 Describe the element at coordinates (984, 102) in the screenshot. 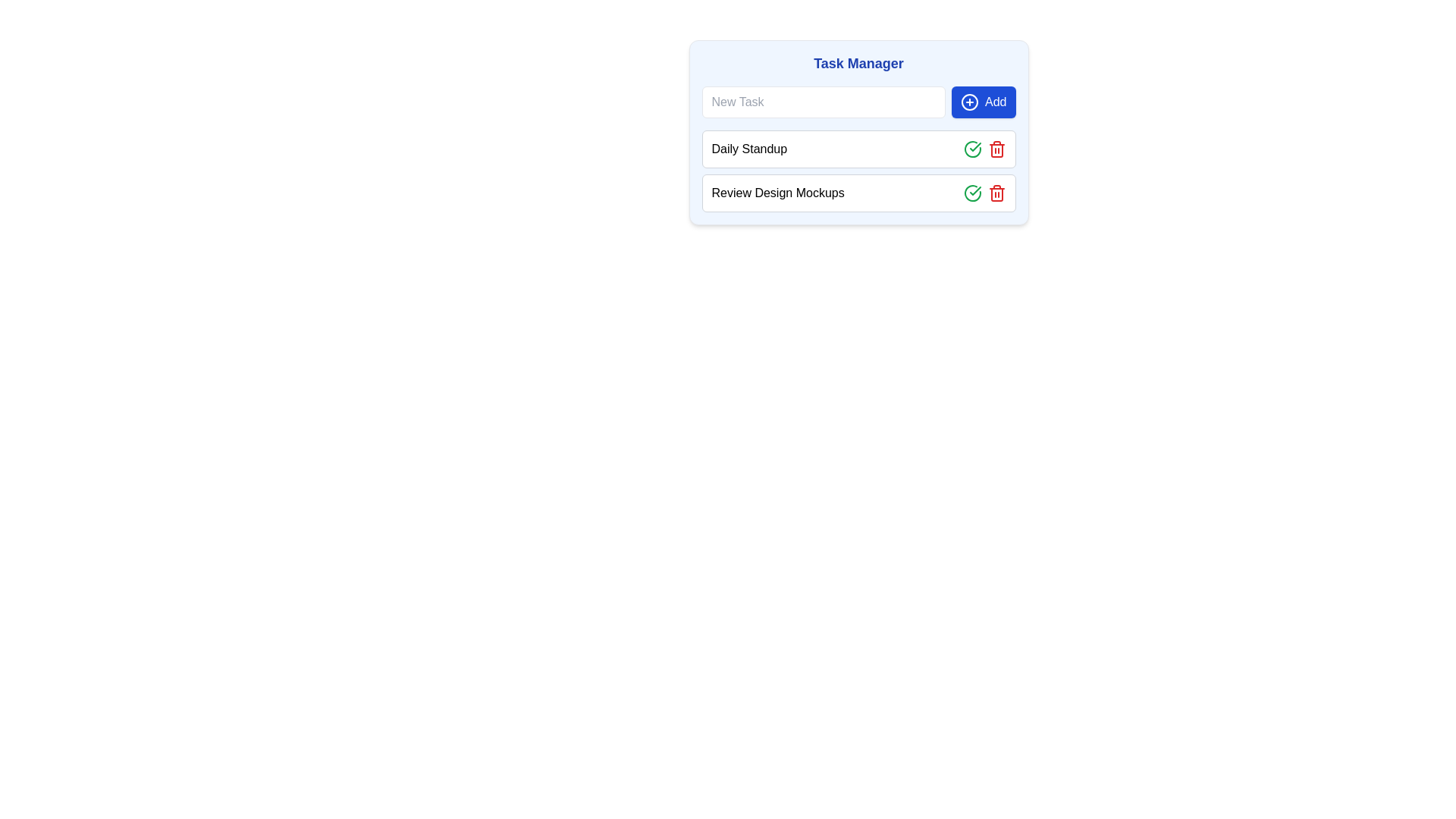

I see `the blue button with a white plus icon and 'Add' text` at that location.